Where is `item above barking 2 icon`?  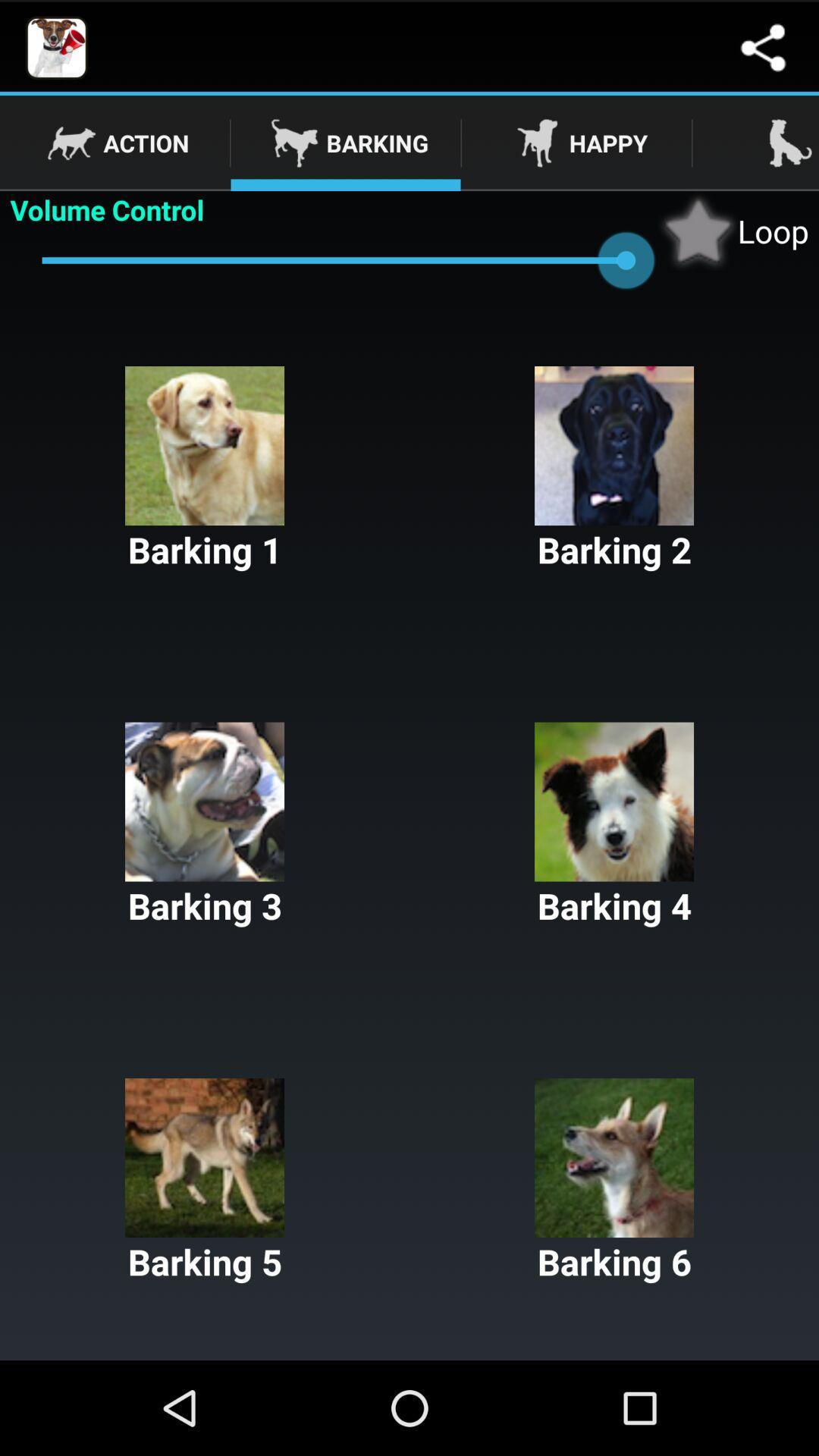 item above barking 2 icon is located at coordinates (733, 230).